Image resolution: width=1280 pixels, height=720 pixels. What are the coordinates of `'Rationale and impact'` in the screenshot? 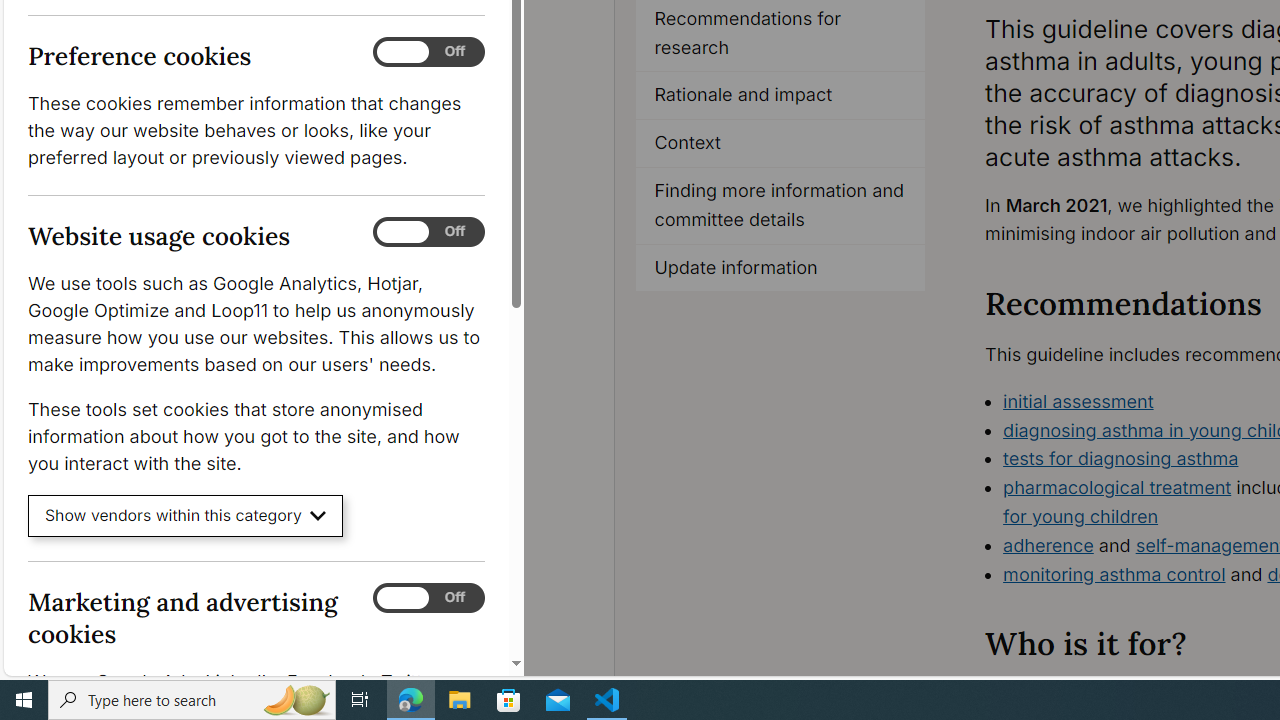 It's located at (779, 96).